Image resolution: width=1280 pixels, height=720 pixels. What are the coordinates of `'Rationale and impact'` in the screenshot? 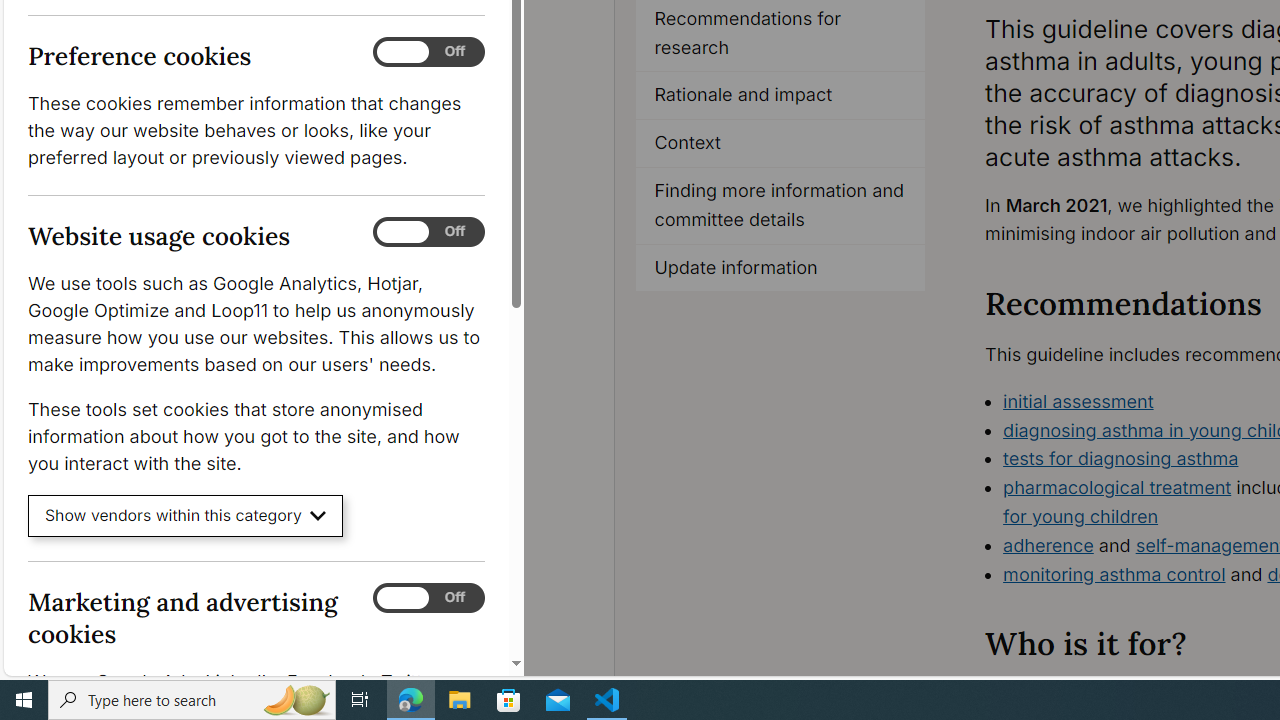 It's located at (779, 96).